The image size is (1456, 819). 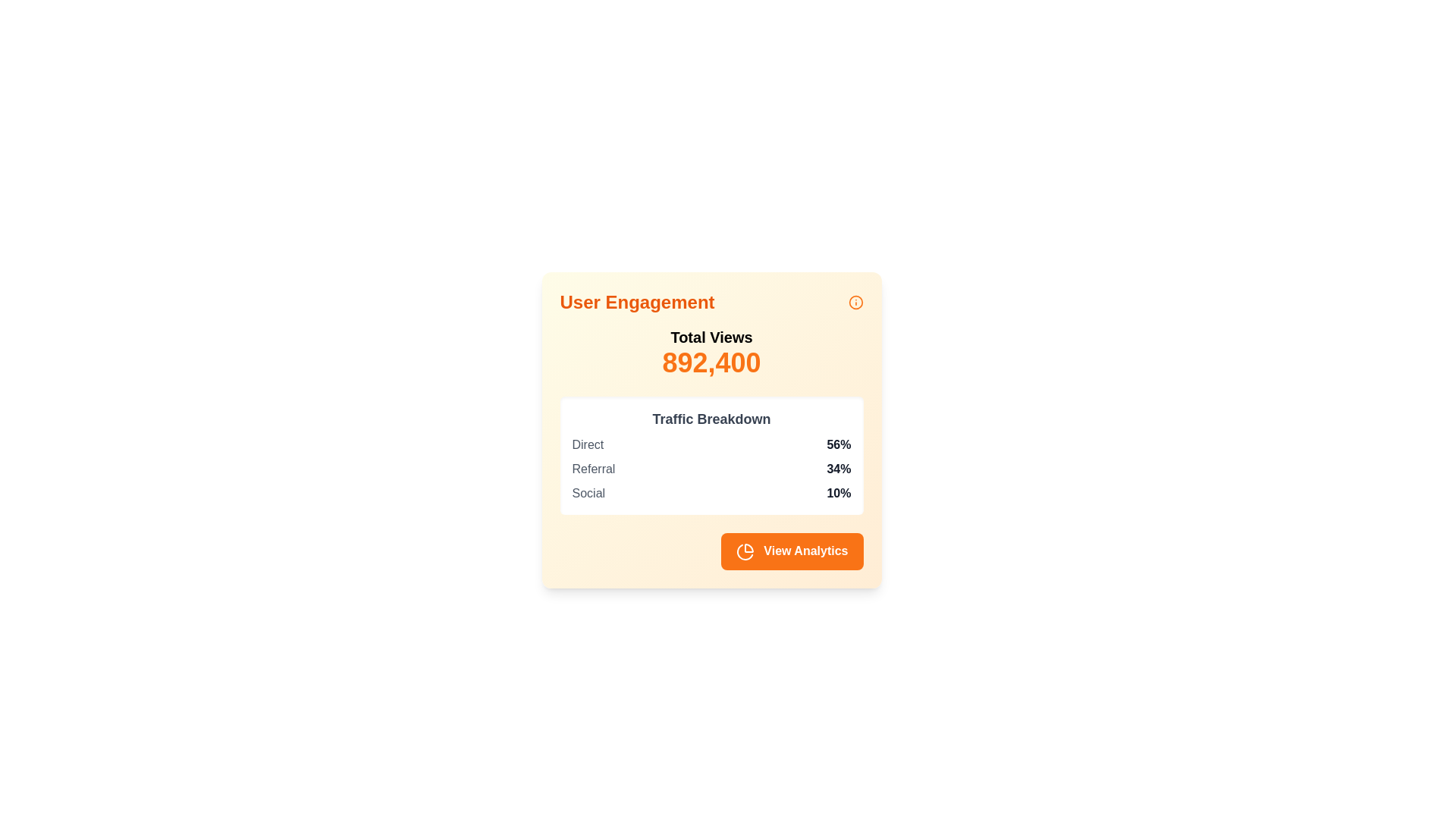 I want to click on the Text Display element that shows the number '892,400' in a large, bold, orange font, located directly beneath 'Total Views', so click(x=711, y=362).